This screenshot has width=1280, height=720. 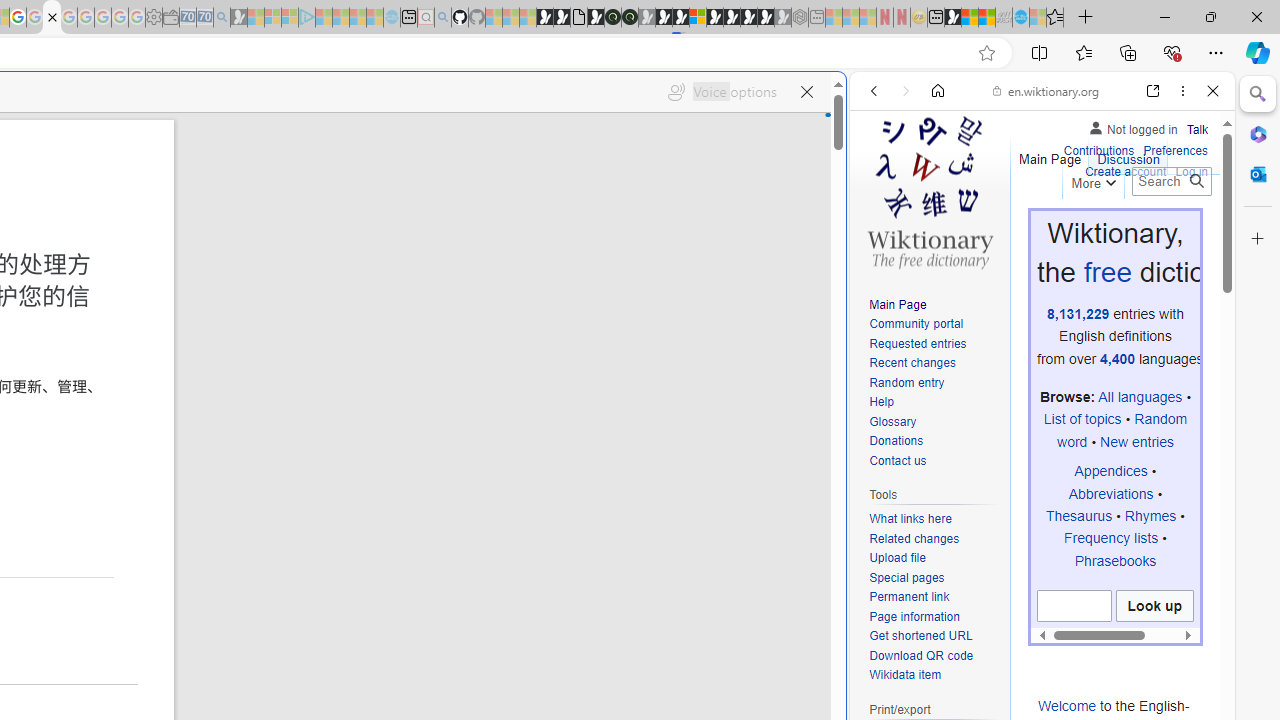 What do you see at coordinates (1128, 154) in the screenshot?
I see `'Discussion'` at bounding box center [1128, 154].